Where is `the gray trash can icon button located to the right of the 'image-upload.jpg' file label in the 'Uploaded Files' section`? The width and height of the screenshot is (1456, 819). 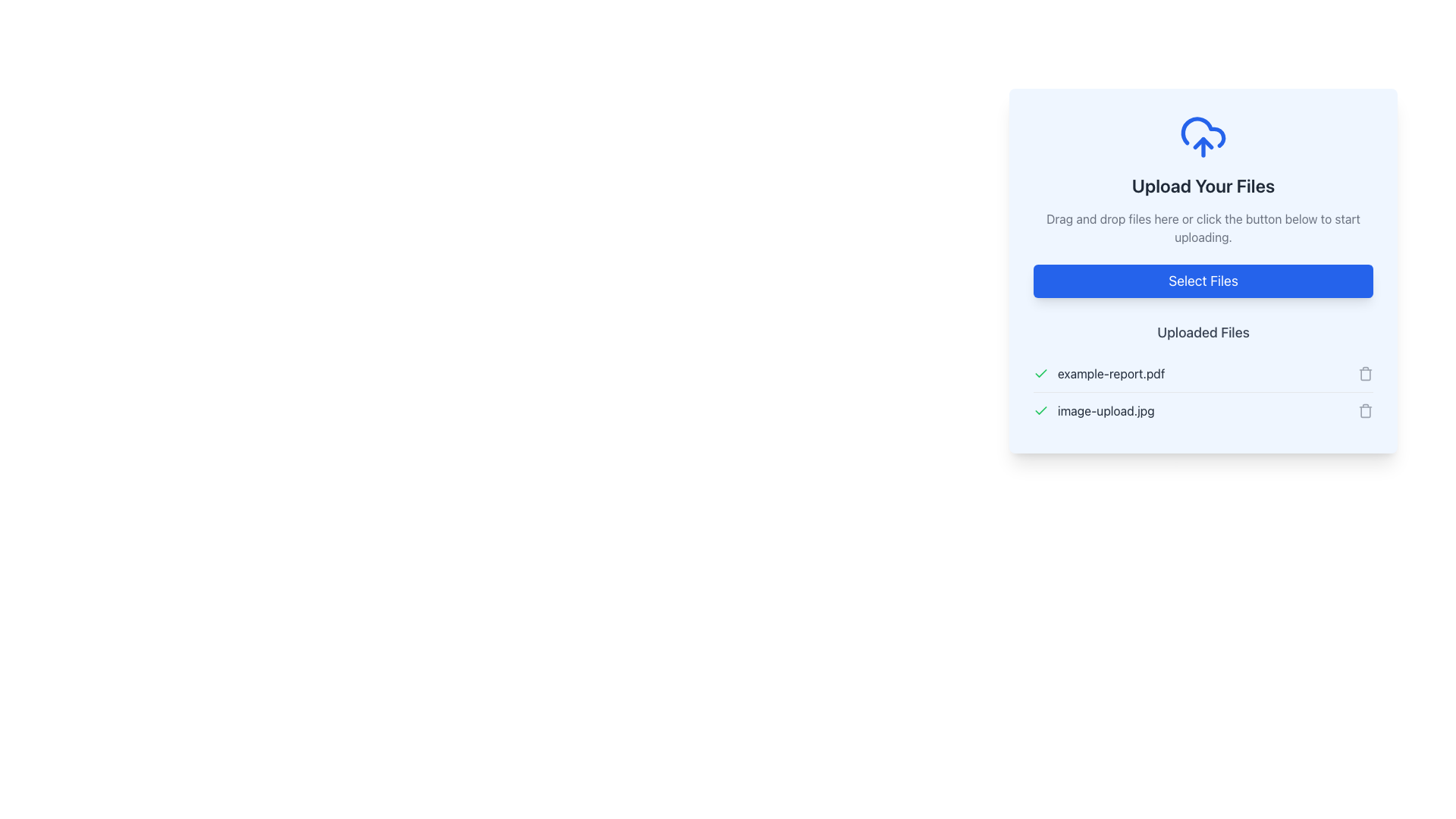
the gray trash can icon button located to the right of the 'image-upload.jpg' file label in the 'Uploaded Files' section is located at coordinates (1365, 411).